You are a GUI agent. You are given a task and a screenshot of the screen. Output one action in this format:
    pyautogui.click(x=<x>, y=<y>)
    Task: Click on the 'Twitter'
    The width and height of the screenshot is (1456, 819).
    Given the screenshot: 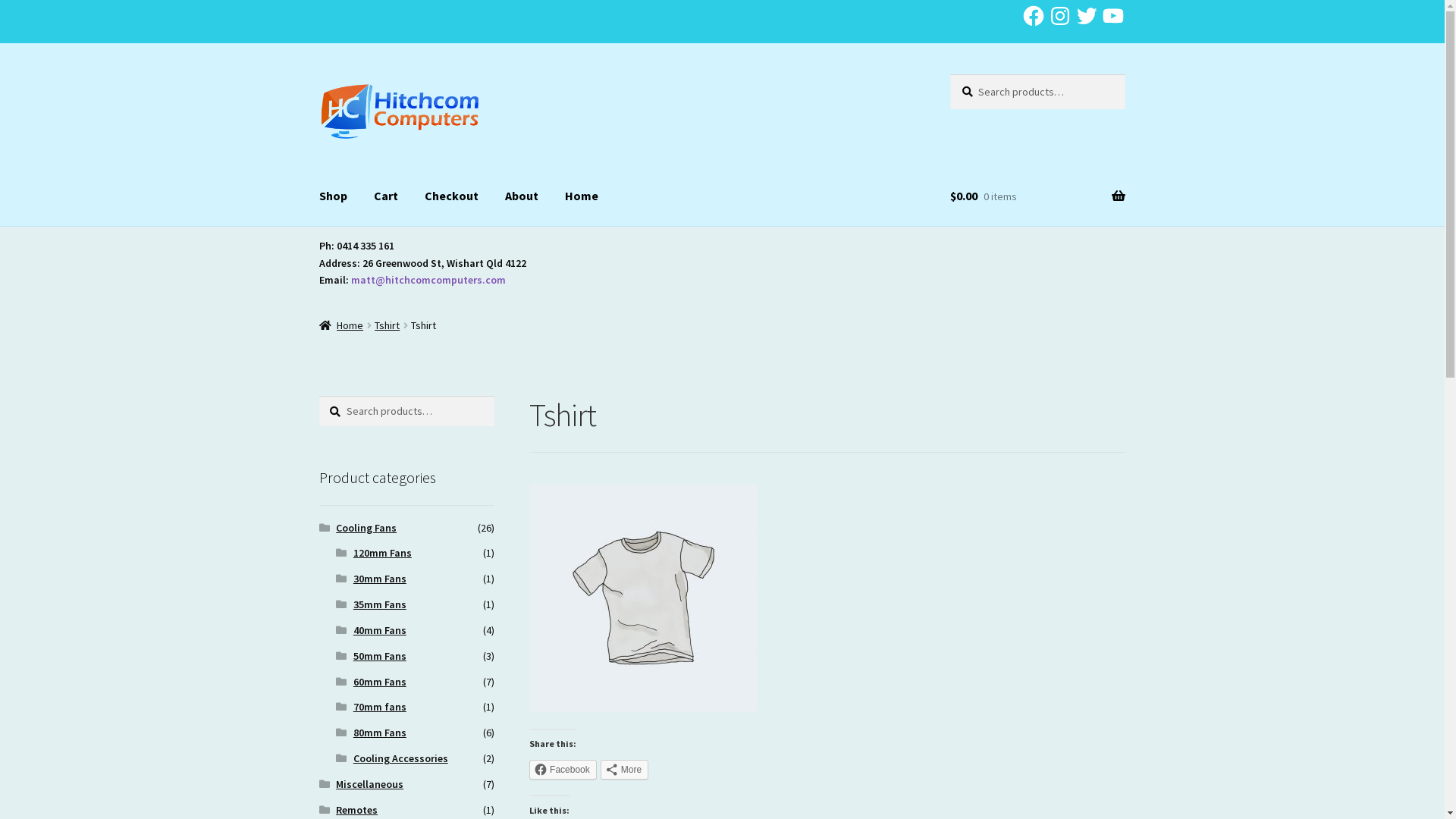 What is the action you would take?
    pyautogui.click(x=1086, y=15)
    